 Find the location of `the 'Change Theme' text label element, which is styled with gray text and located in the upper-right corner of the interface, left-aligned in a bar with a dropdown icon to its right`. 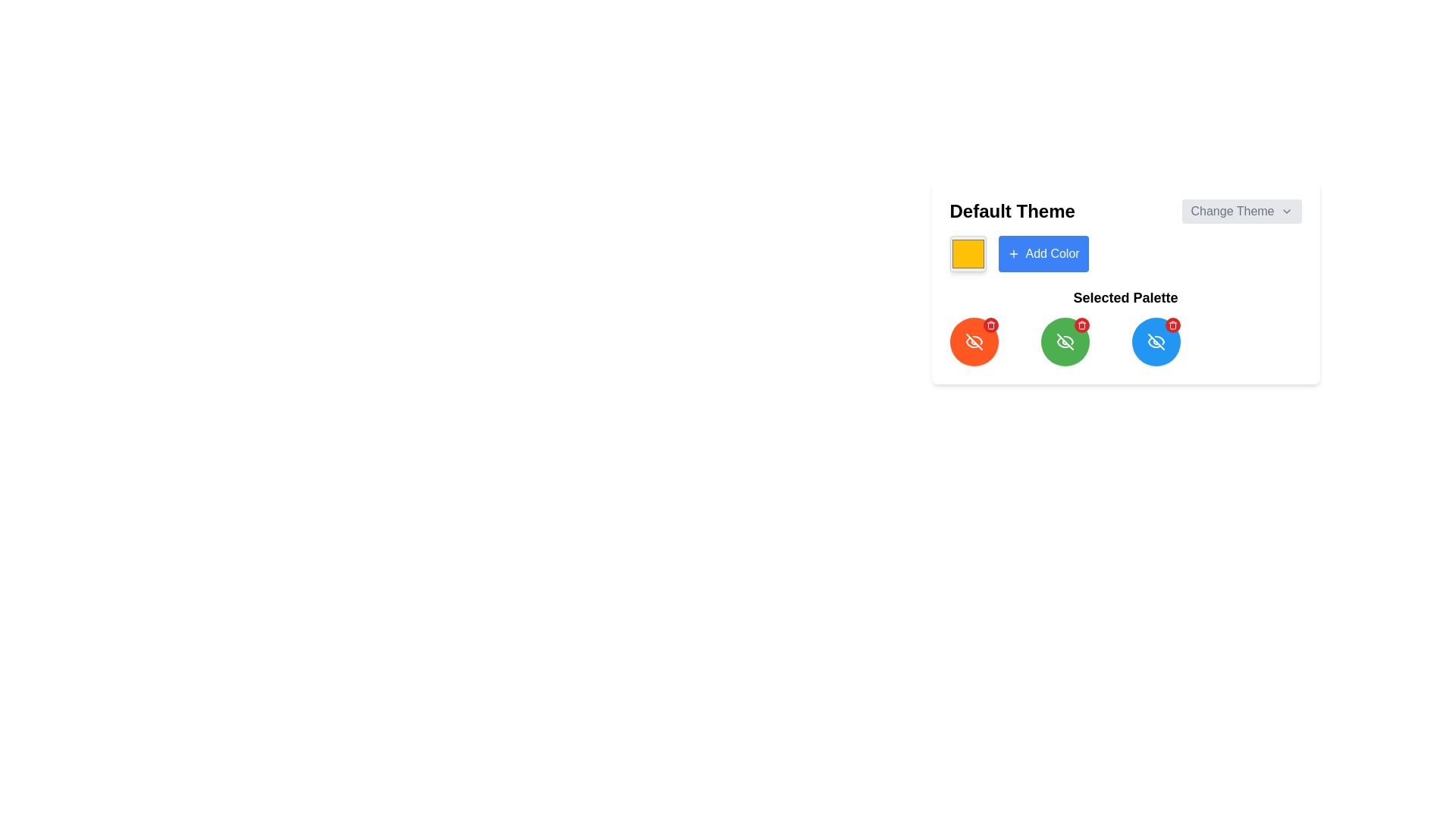

the 'Change Theme' text label element, which is styled with gray text and located in the upper-right corner of the interface, left-aligned in a bar with a dropdown icon to its right is located at coordinates (1232, 211).